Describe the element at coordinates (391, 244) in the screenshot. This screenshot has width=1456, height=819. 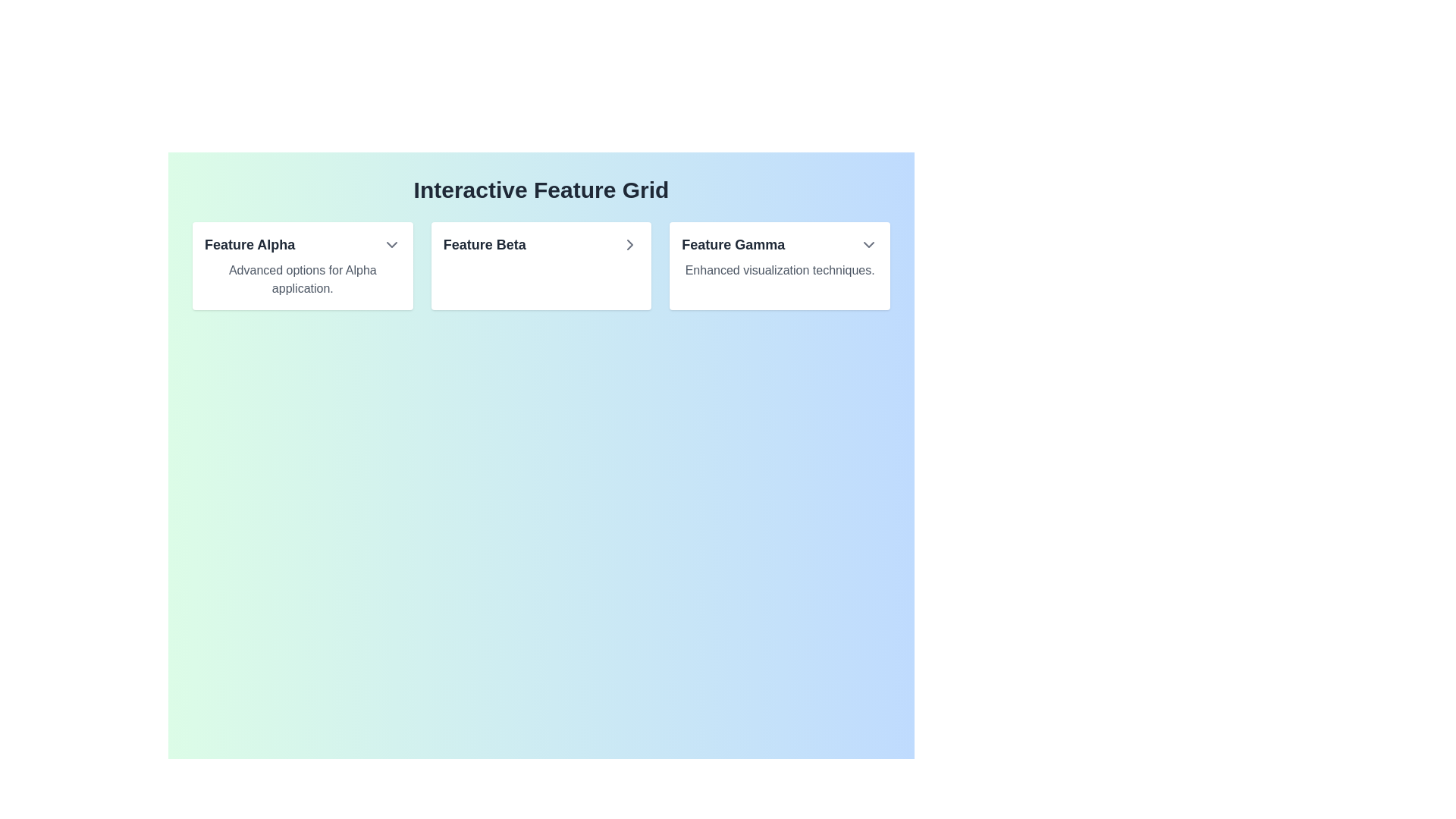
I see `the downward-facing gray chevron indicator next to 'Feature Alpha' to observe the style change on hover` at that location.